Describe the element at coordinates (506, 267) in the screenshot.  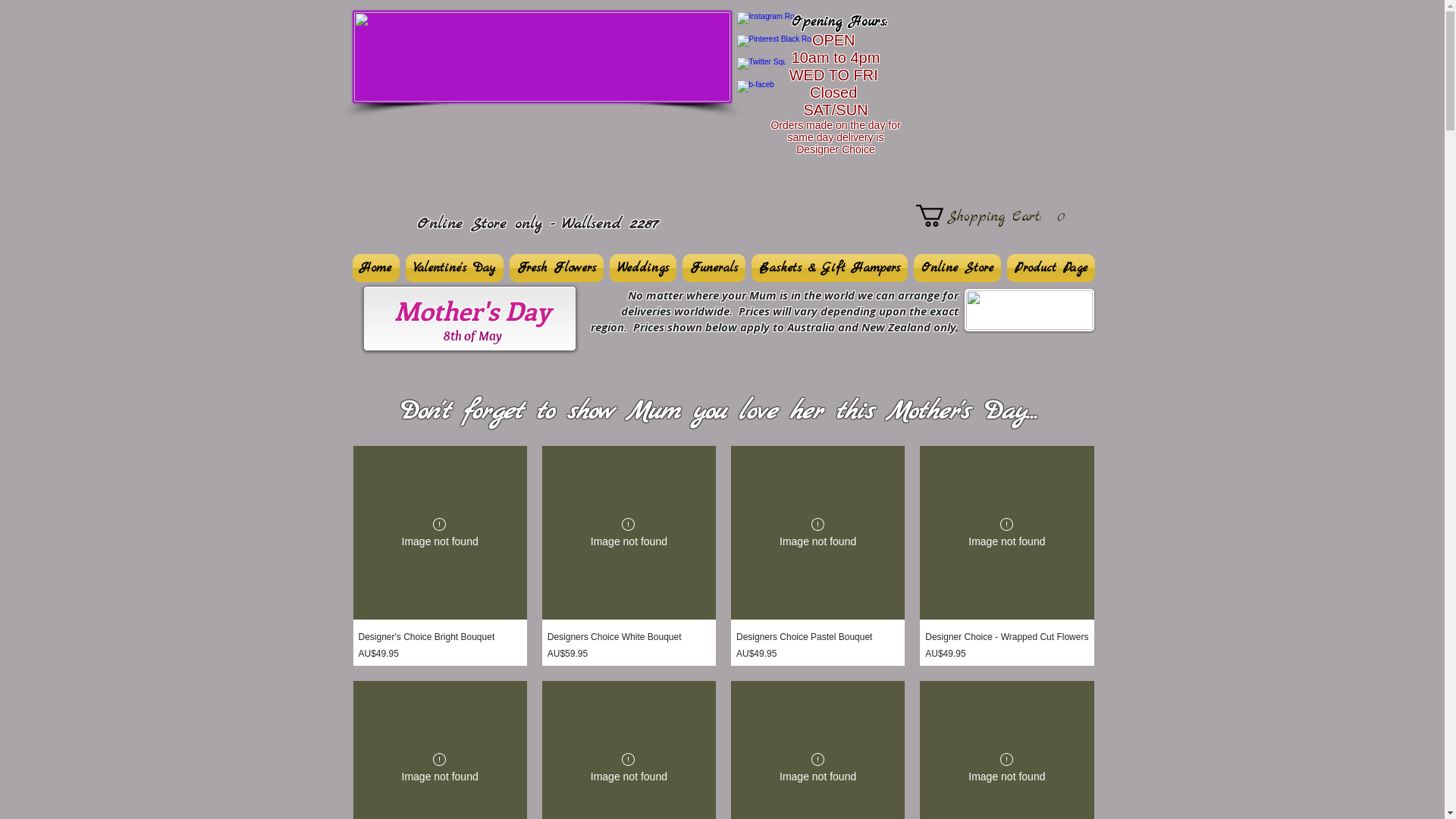
I see `'Fresh Flowers'` at that location.